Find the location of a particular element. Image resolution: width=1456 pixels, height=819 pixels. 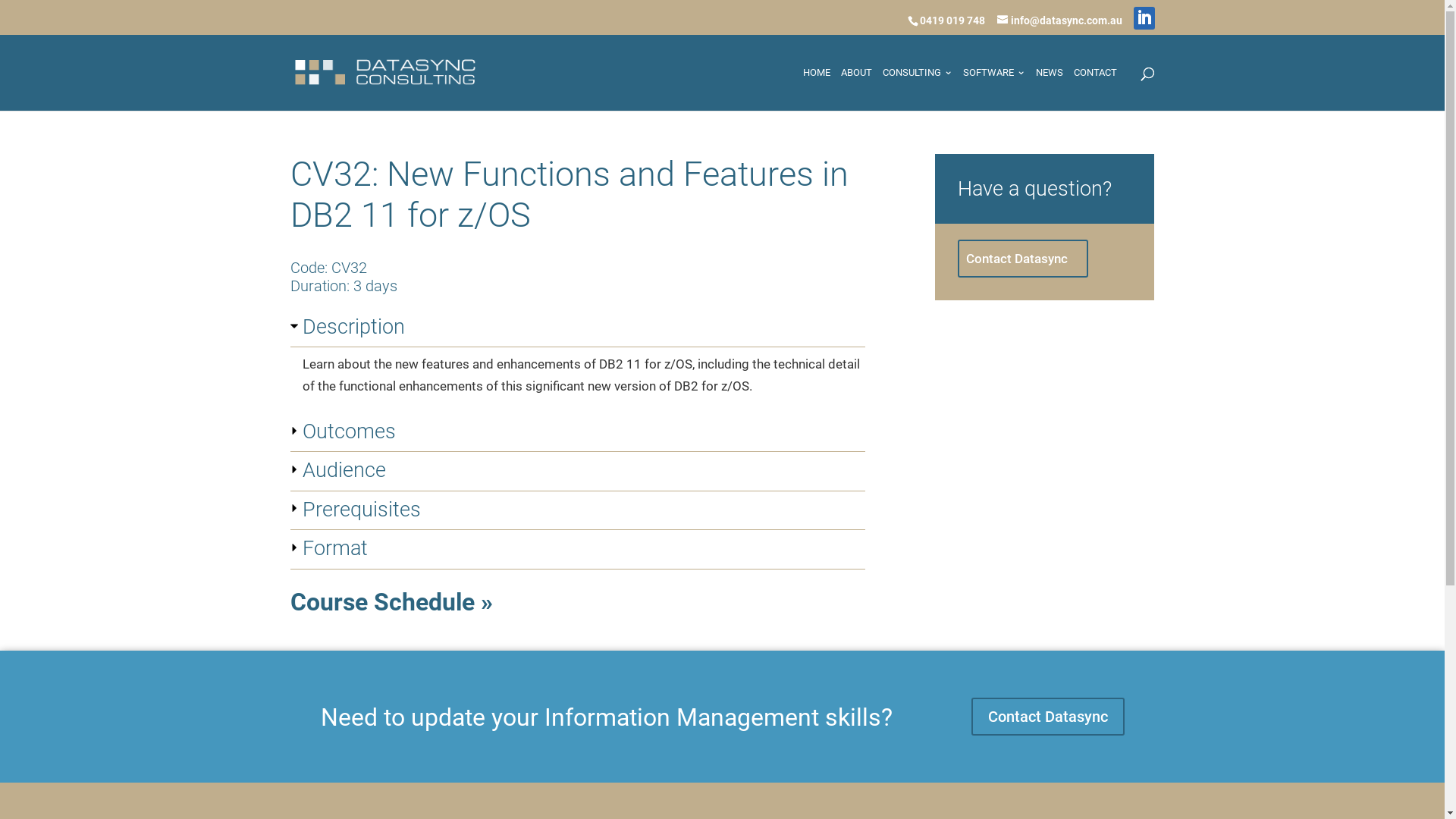

'NEWS' is located at coordinates (1048, 88).